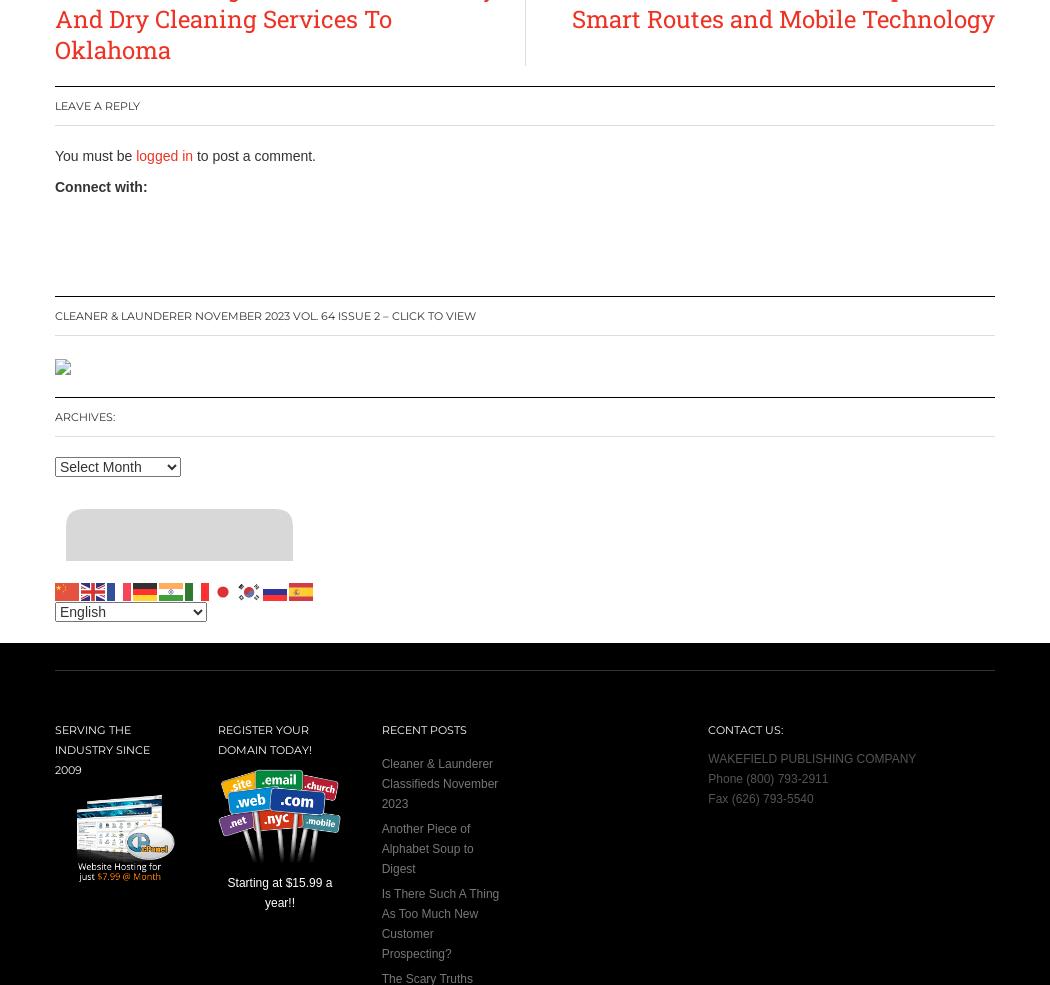 This screenshot has height=985, width=1050. I want to click on 'Connect with:', so click(101, 186).